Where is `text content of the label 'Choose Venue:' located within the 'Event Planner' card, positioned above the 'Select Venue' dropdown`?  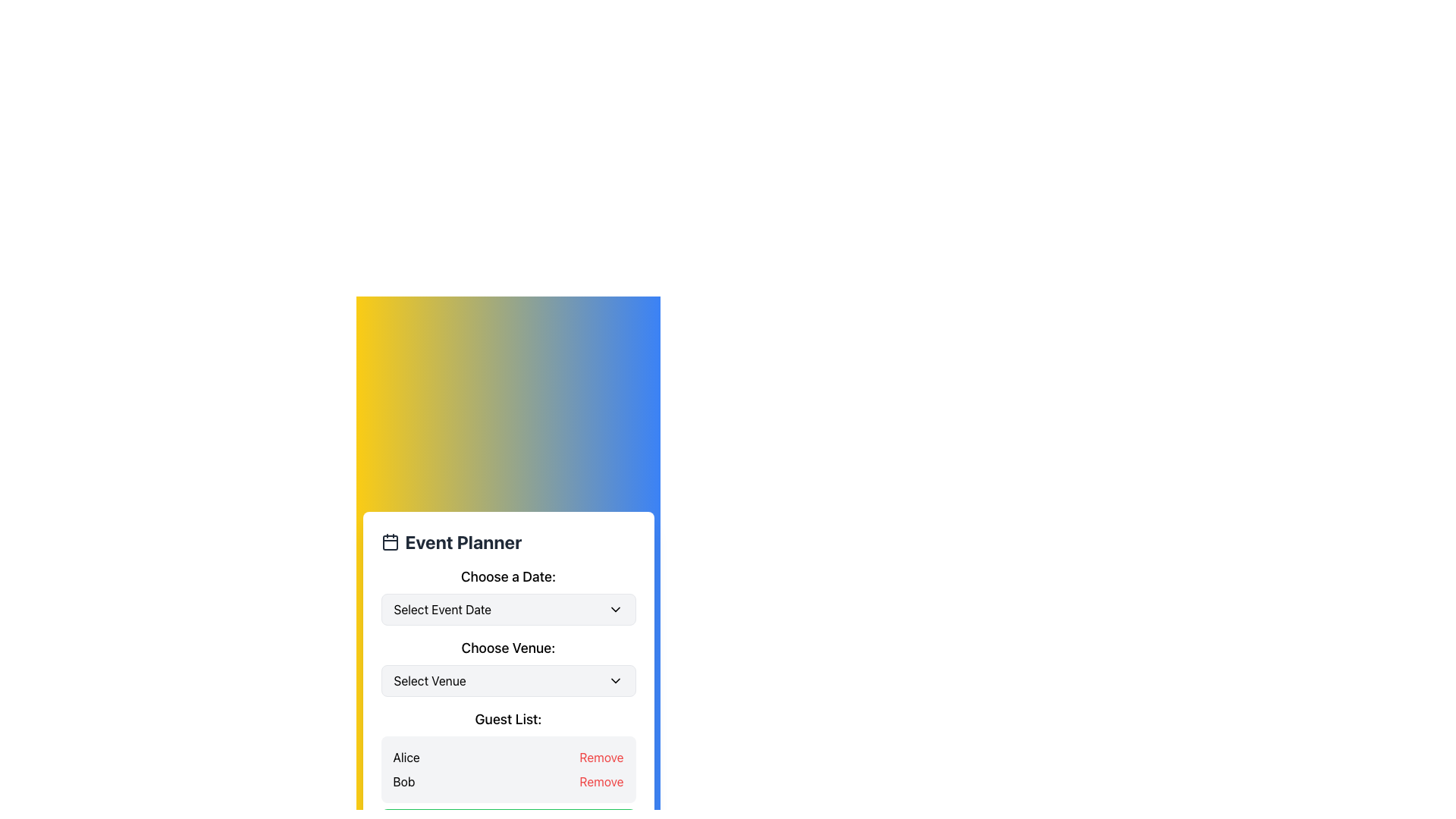
text content of the label 'Choose Venue:' located within the 'Event Planner' card, positioned above the 'Select Venue' dropdown is located at coordinates (508, 648).